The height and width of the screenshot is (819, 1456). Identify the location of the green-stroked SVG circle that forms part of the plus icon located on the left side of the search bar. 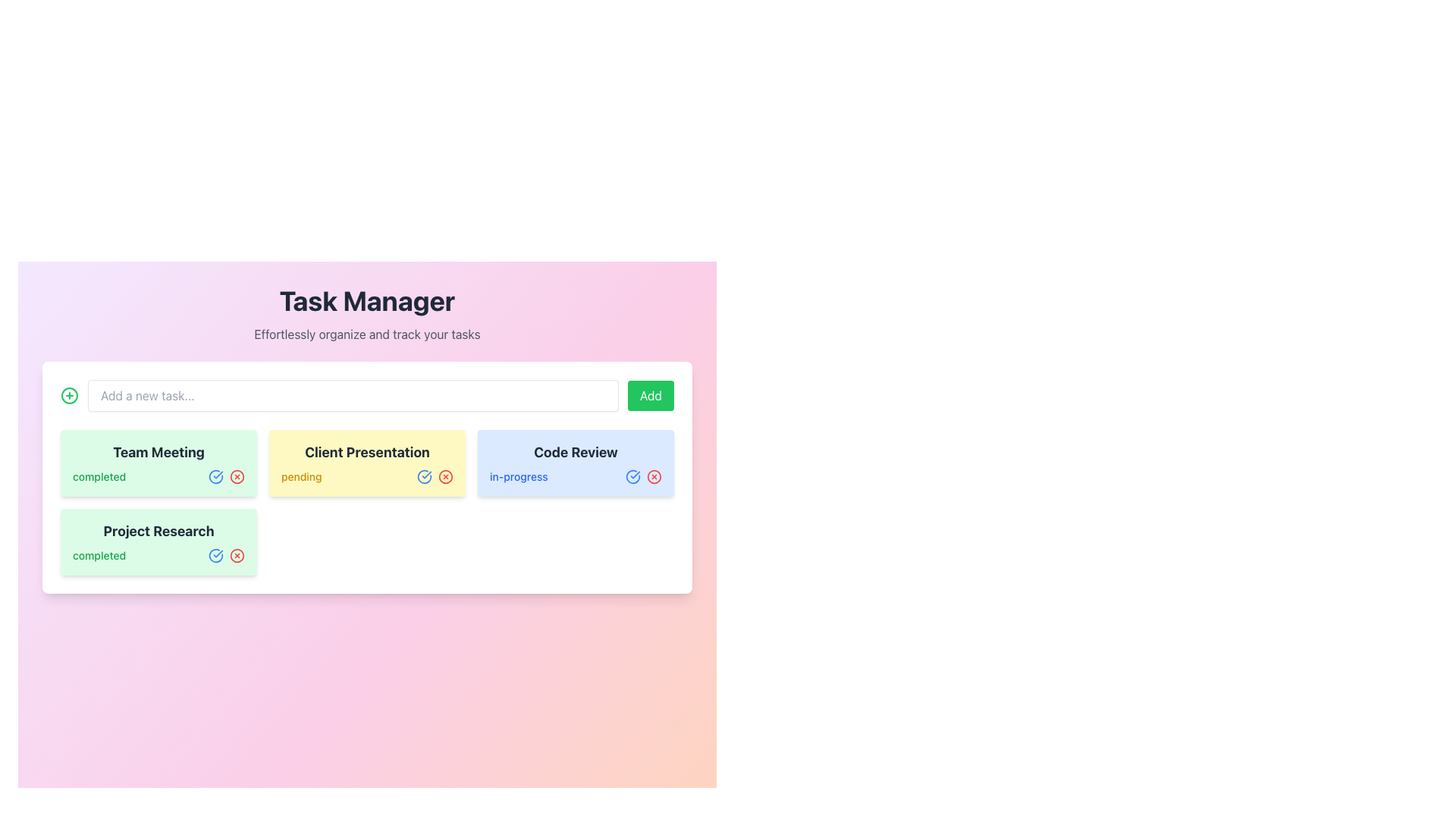
(68, 394).